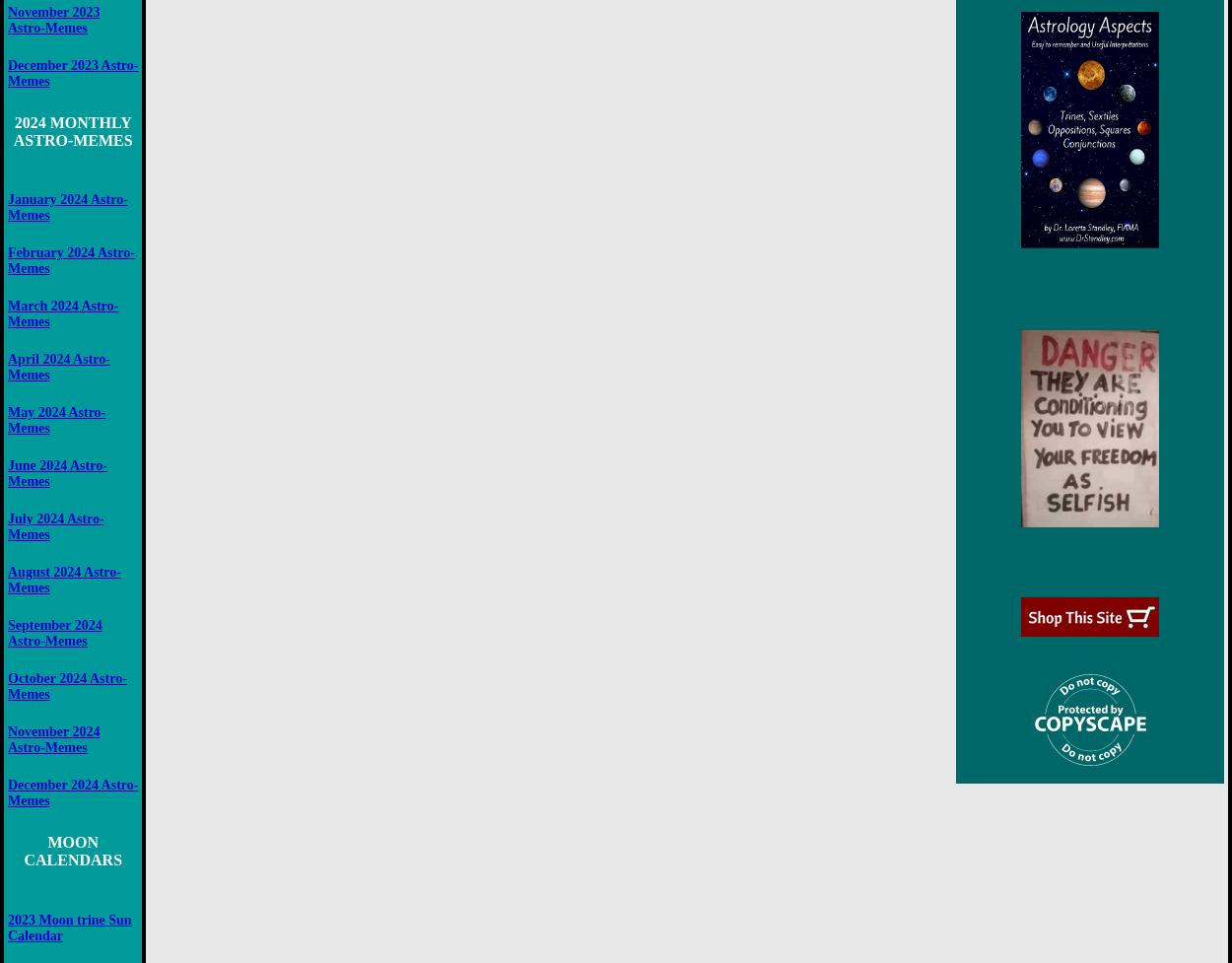  I want to click on 'April 2024 Astro-Memes', so click(58, 367).